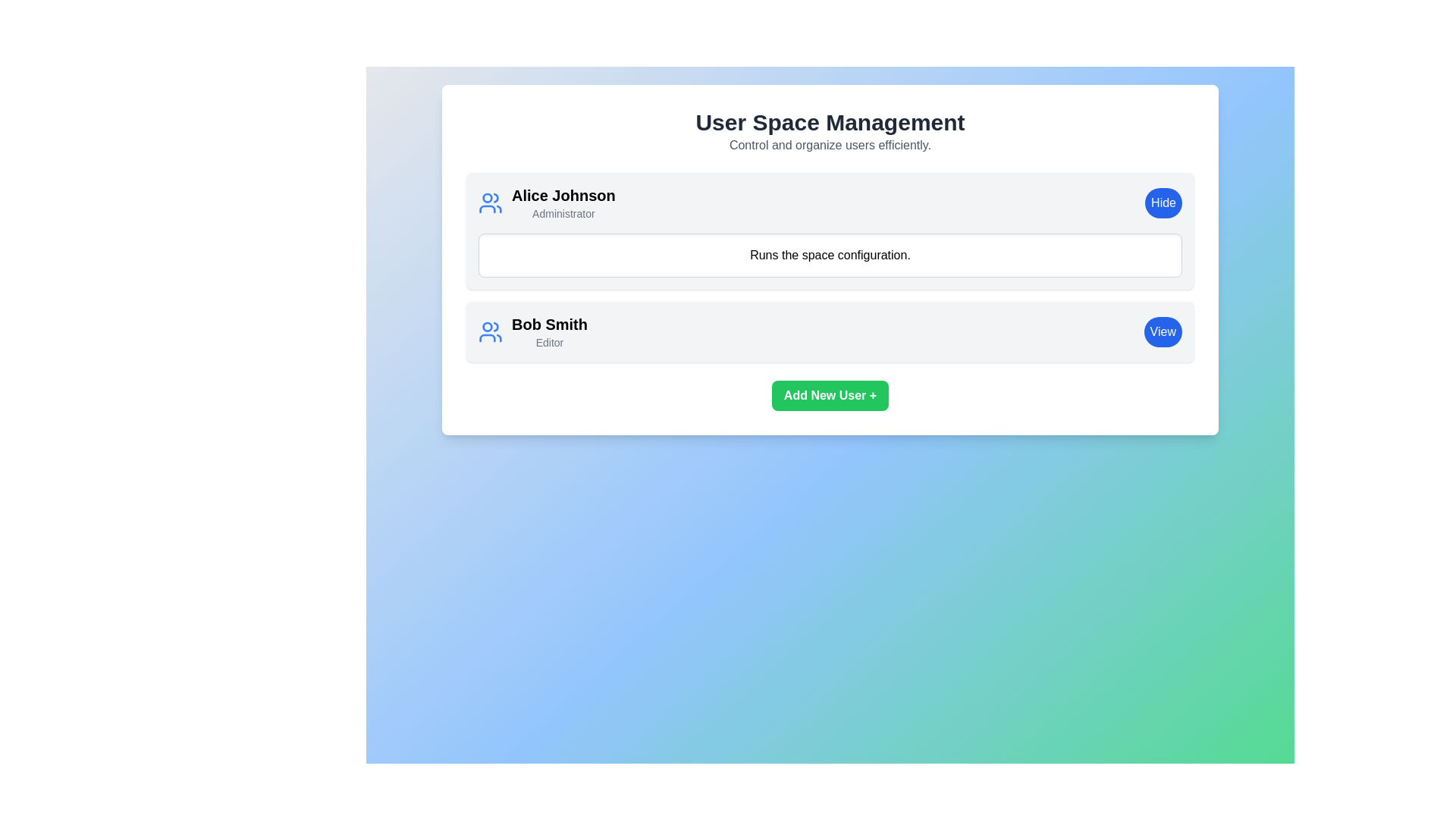 This screenshot has height=819, width=1456. I want to click on the 'Add User' button located below the user list to change its color, so click(829, 394).